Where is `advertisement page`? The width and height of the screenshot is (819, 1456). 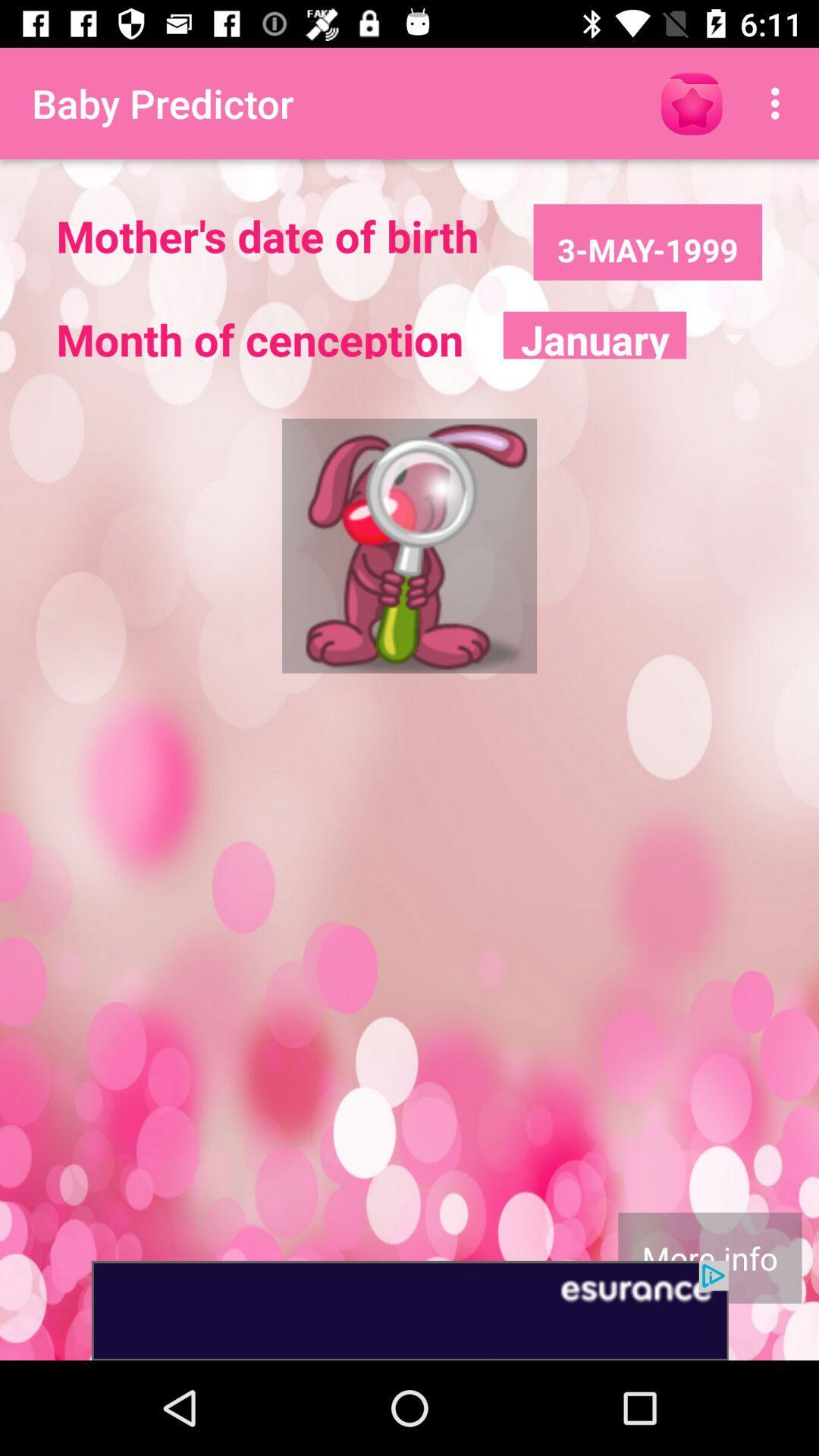
advertisement page is located at coordinates (409, 1310).